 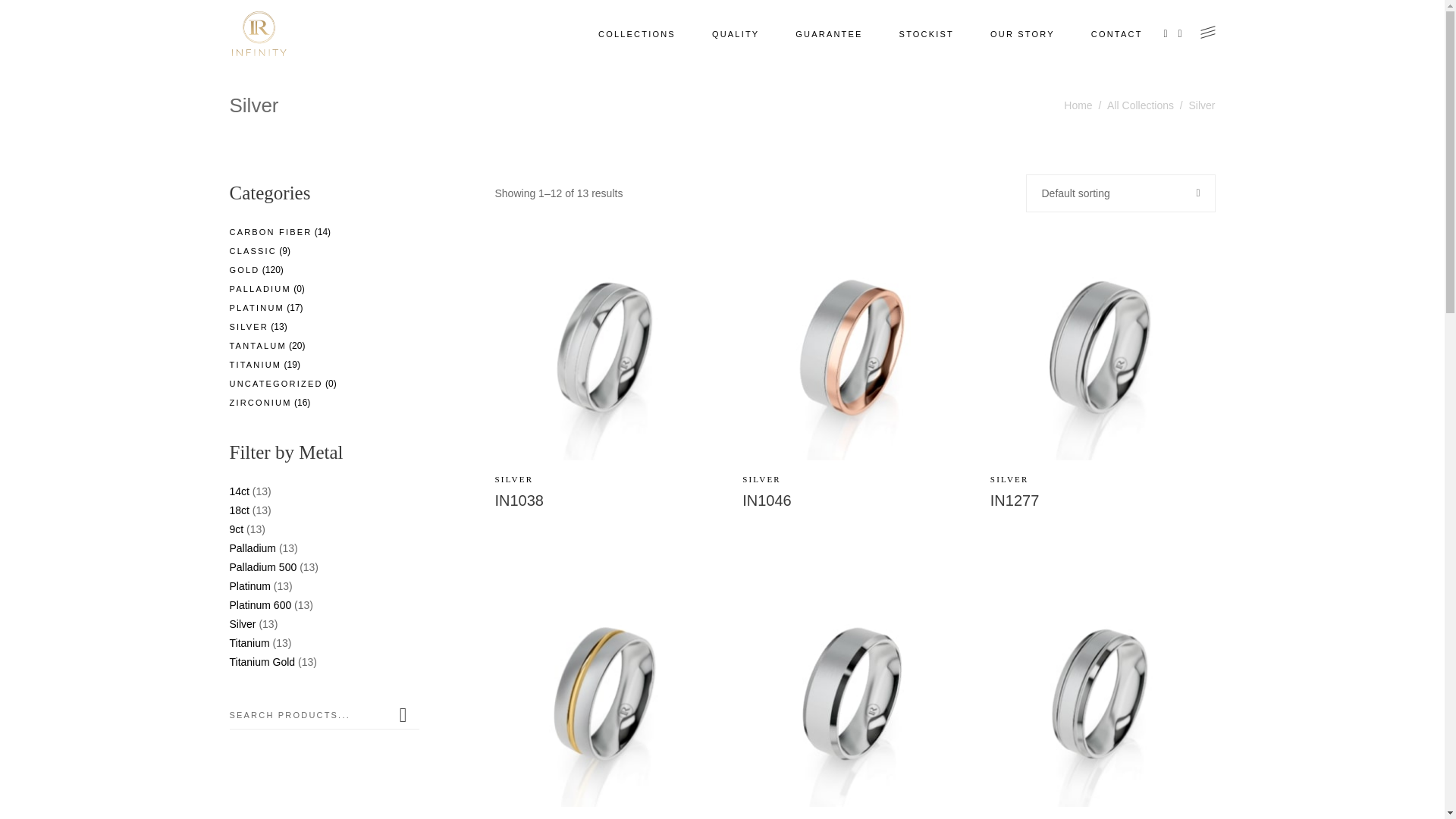 What do you see at coordinates (926, 34) in the screenshot?
I see `'STOCKIST'` at bounding box center [926, 34].